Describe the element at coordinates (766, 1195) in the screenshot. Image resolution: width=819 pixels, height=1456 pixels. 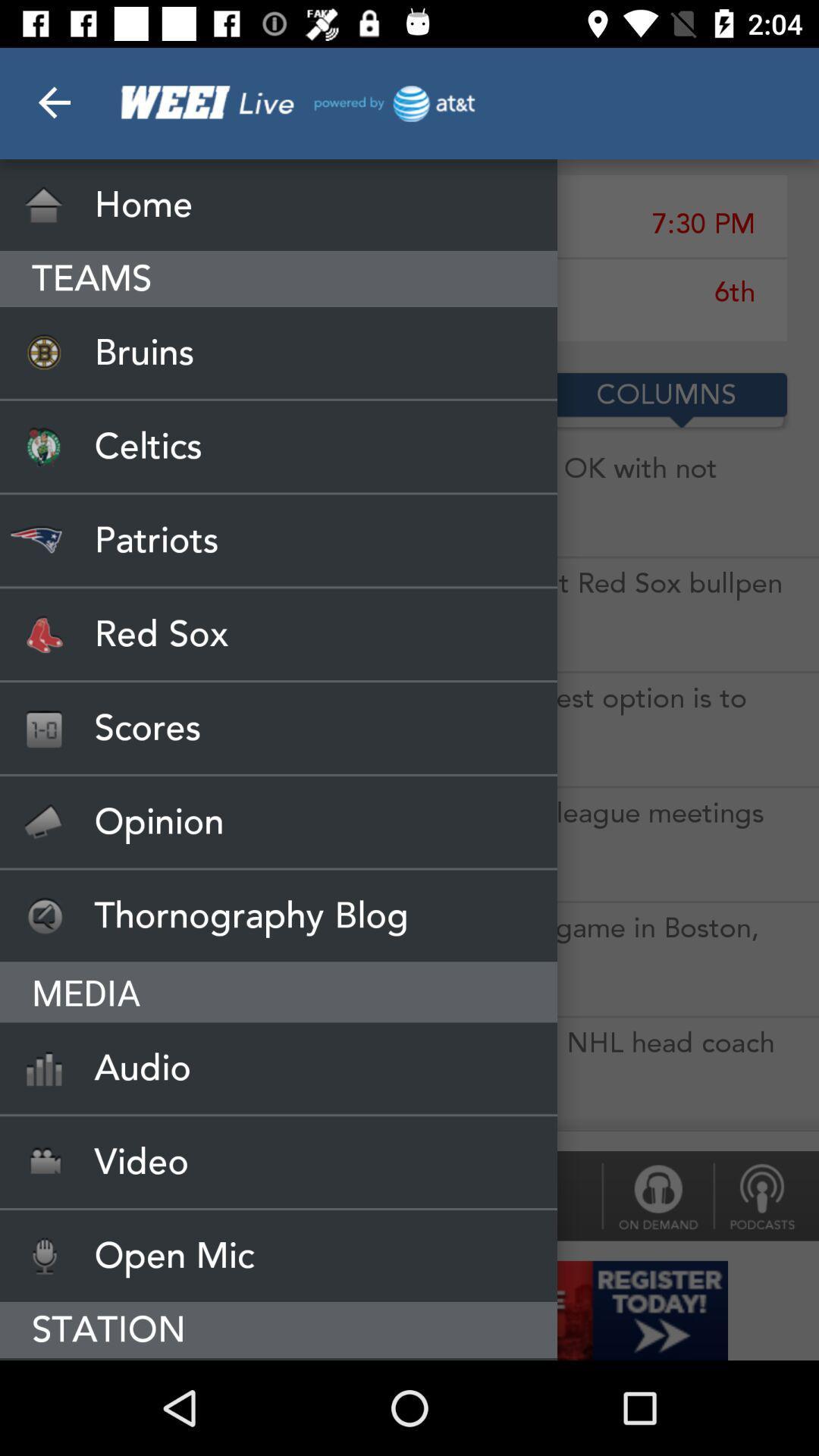
I see `the thumbs_down icon` at that location.